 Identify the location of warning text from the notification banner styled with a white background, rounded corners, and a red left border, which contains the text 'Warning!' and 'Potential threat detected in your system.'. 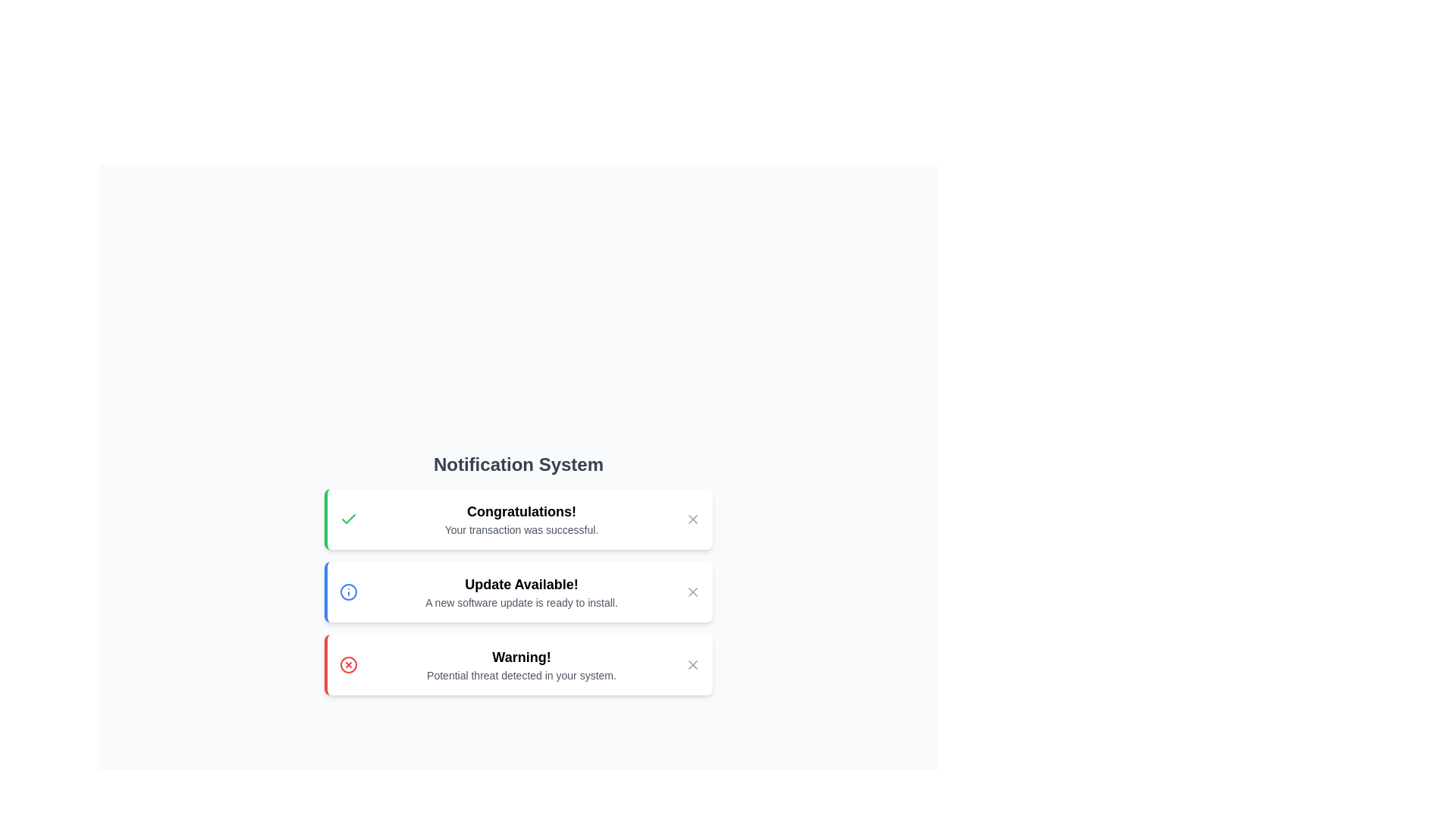
(519, 664).